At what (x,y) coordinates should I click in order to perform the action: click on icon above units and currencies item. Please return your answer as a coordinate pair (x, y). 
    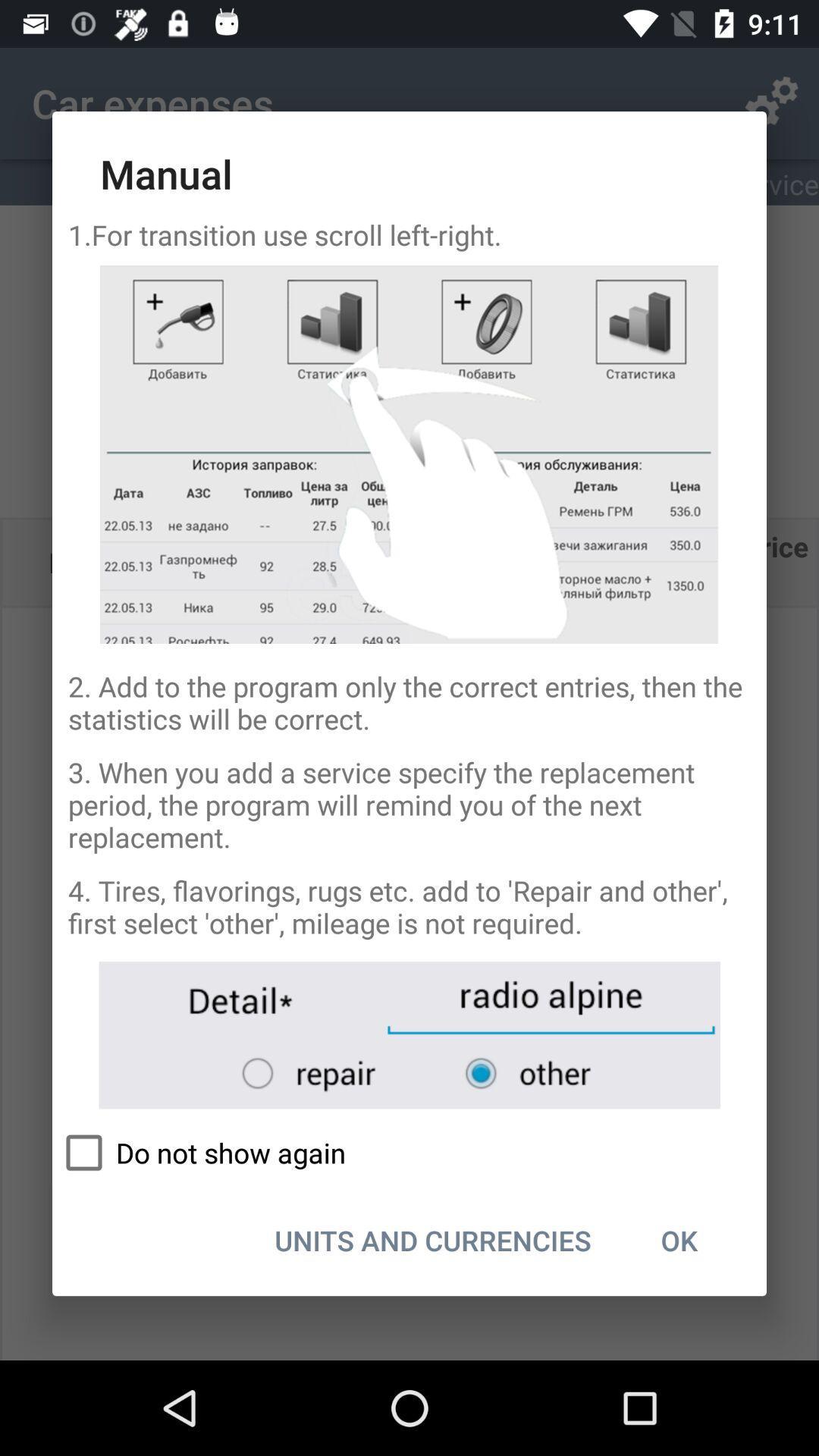
    Looking at the image, I should click on (409, 1153).